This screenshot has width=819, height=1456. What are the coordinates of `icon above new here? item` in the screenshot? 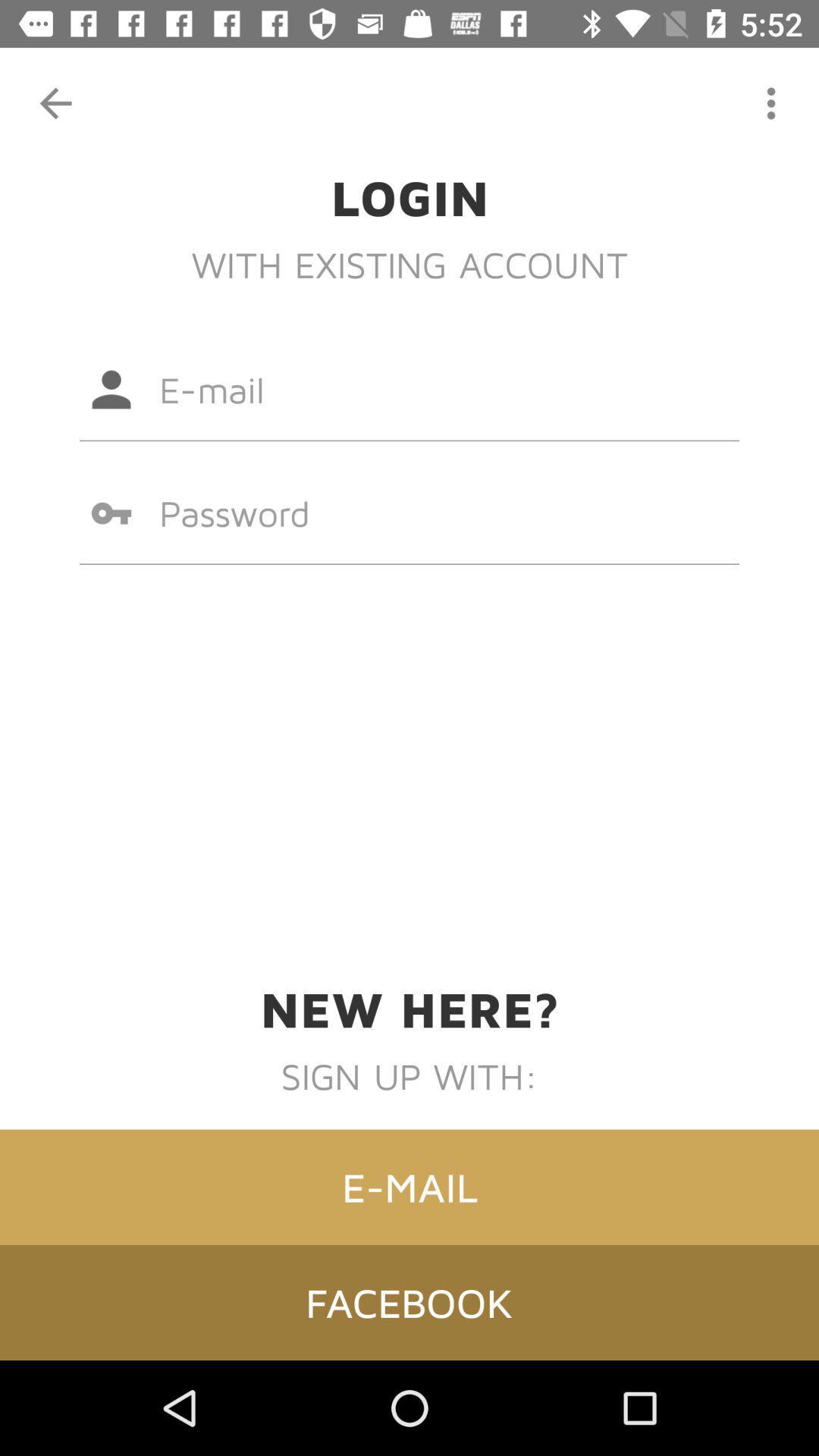 It's located at (409, 513).